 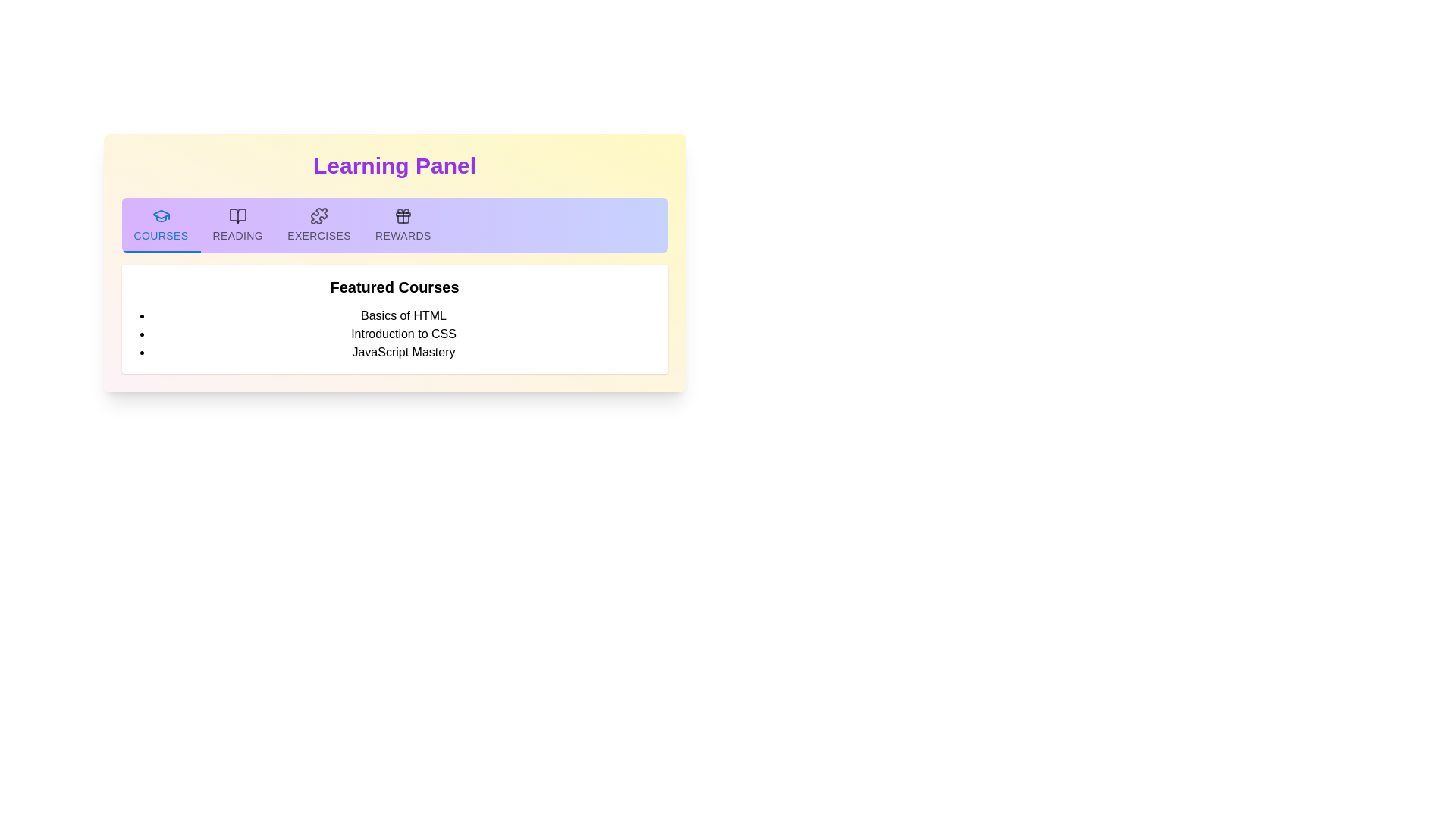 What do you see at coordinates (237, 216) in the screenshot?
I see `the 'READING' tab icon, which is the second icon in the horizontal tab menu at the top of the user panel` at bounding box center [237, 216].